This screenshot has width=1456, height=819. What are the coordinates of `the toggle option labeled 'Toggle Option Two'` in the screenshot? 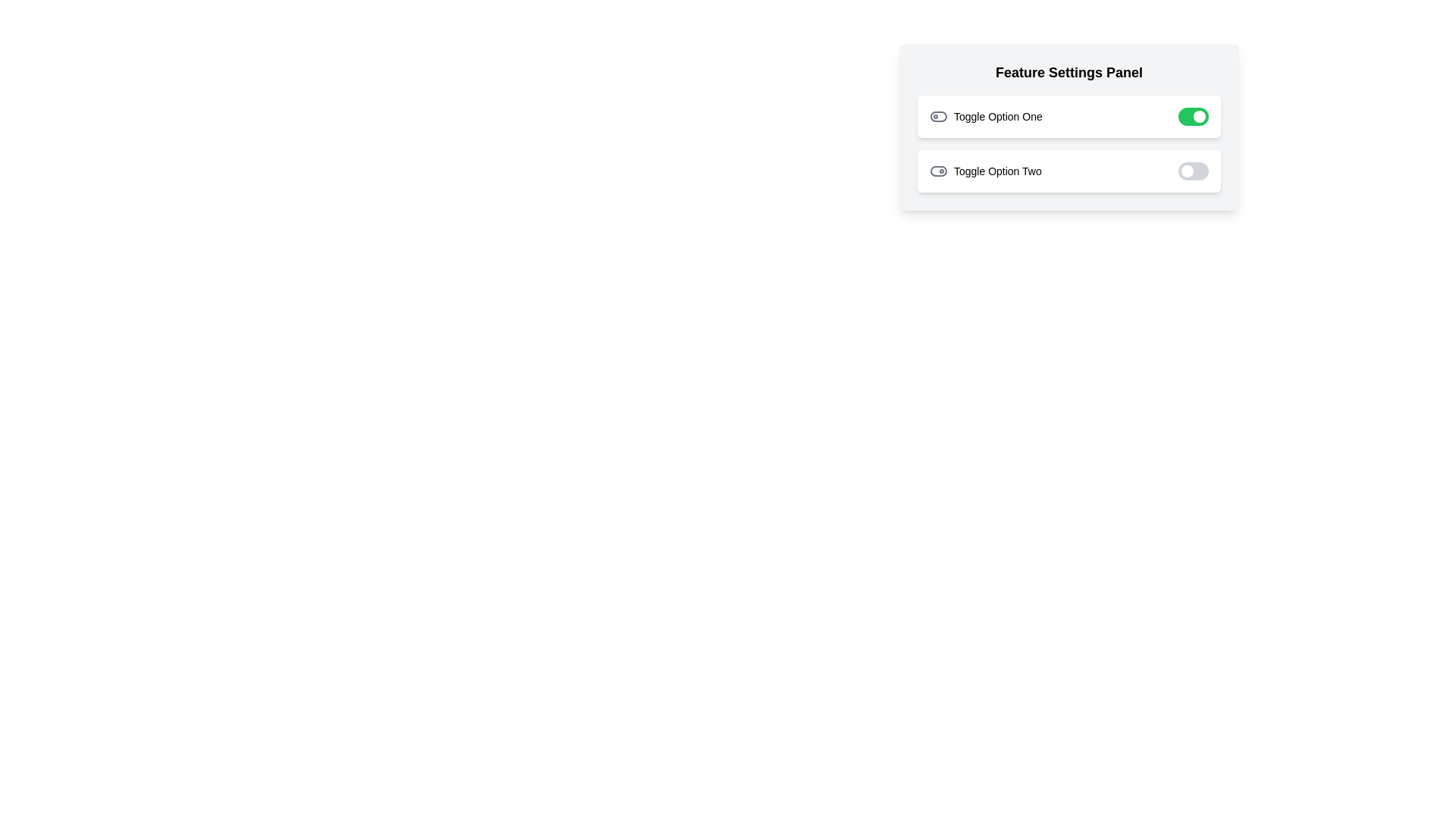 It's located at (985, 171).